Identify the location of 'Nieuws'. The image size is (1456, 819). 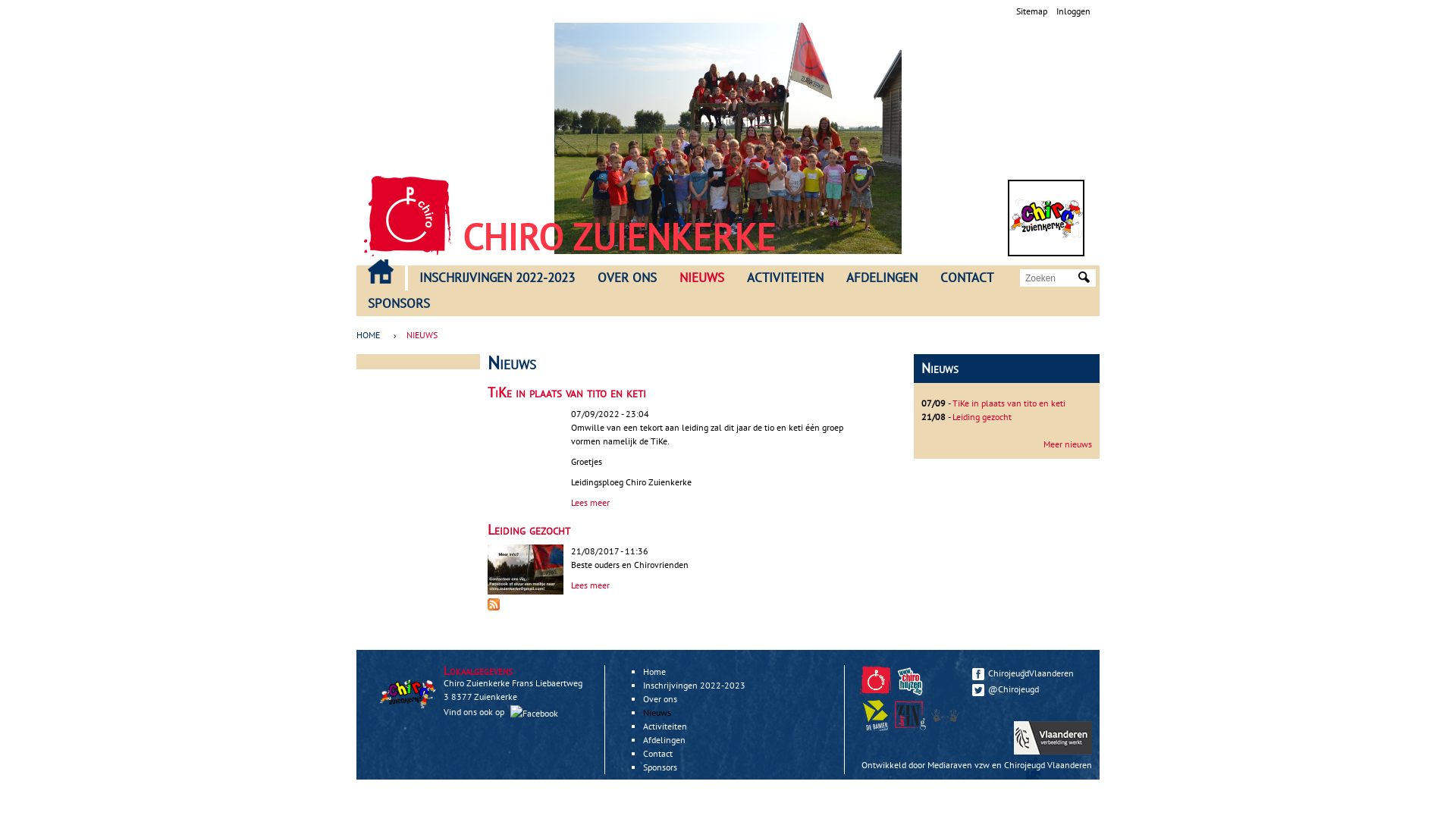
(657, 712).